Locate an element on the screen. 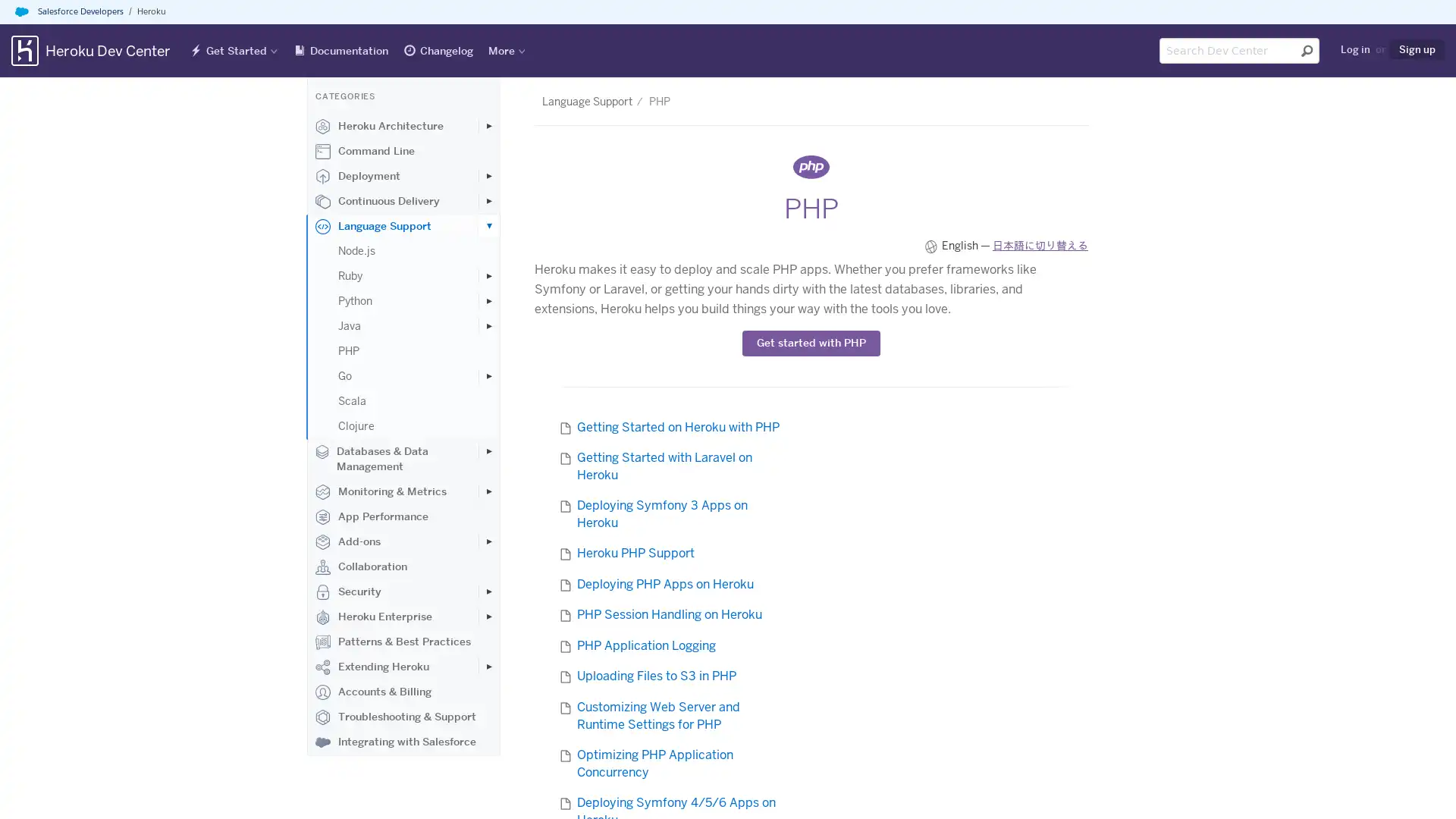 The image size is (1456, 819). Submit search is located at coordinates (1306, 49).